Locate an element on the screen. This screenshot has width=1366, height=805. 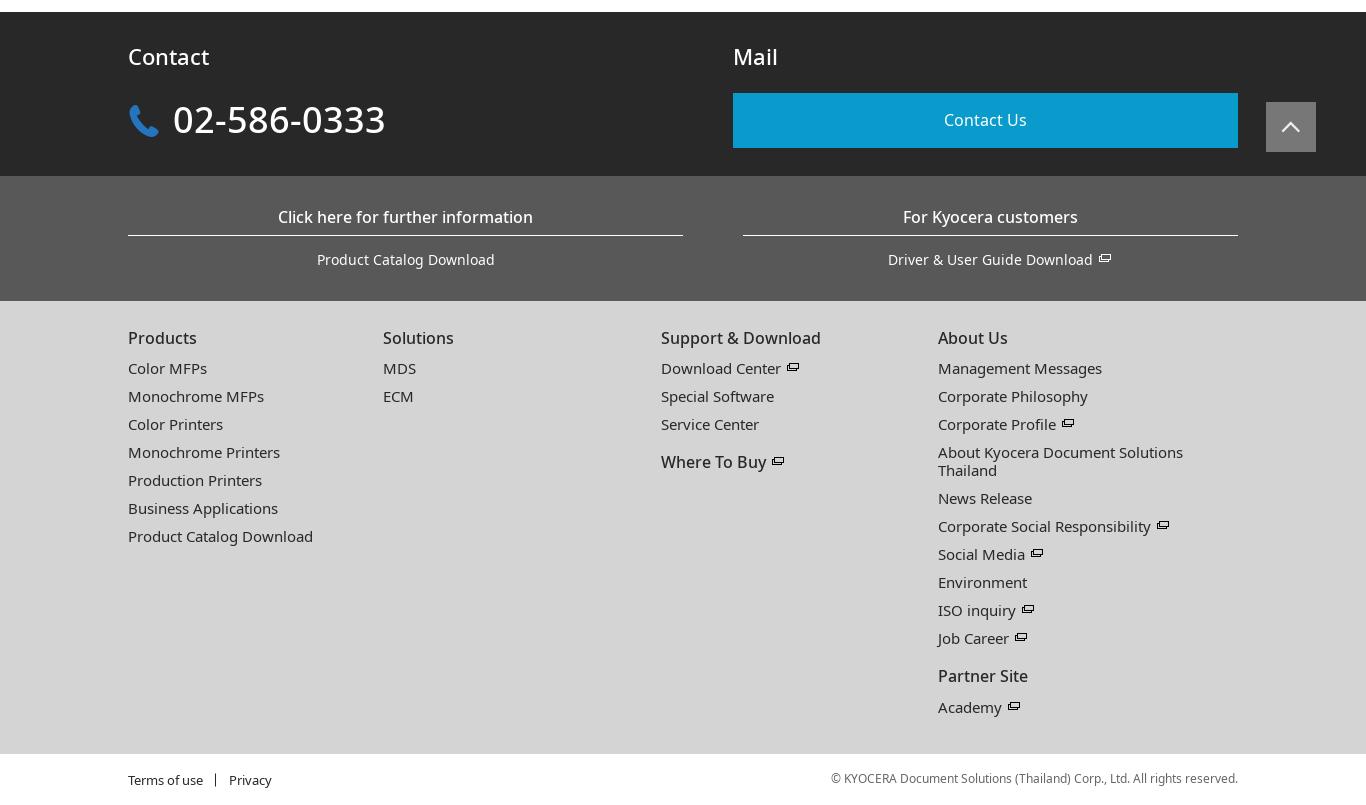
'Business Applications' is located at coordinates (201, 508).